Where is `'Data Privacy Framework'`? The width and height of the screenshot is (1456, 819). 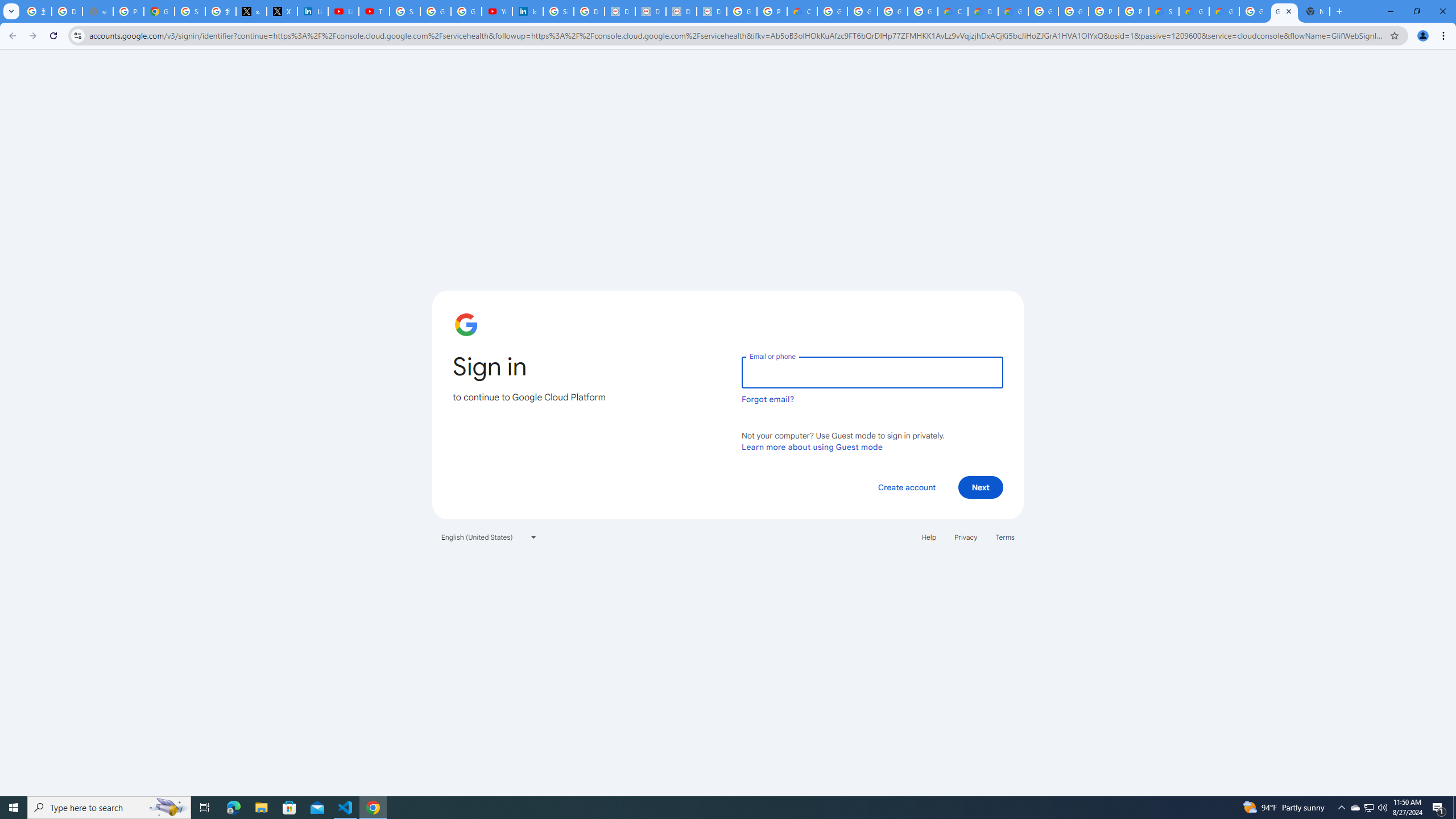
'Data Privacy Framework' is located at coordinates (619, 11).